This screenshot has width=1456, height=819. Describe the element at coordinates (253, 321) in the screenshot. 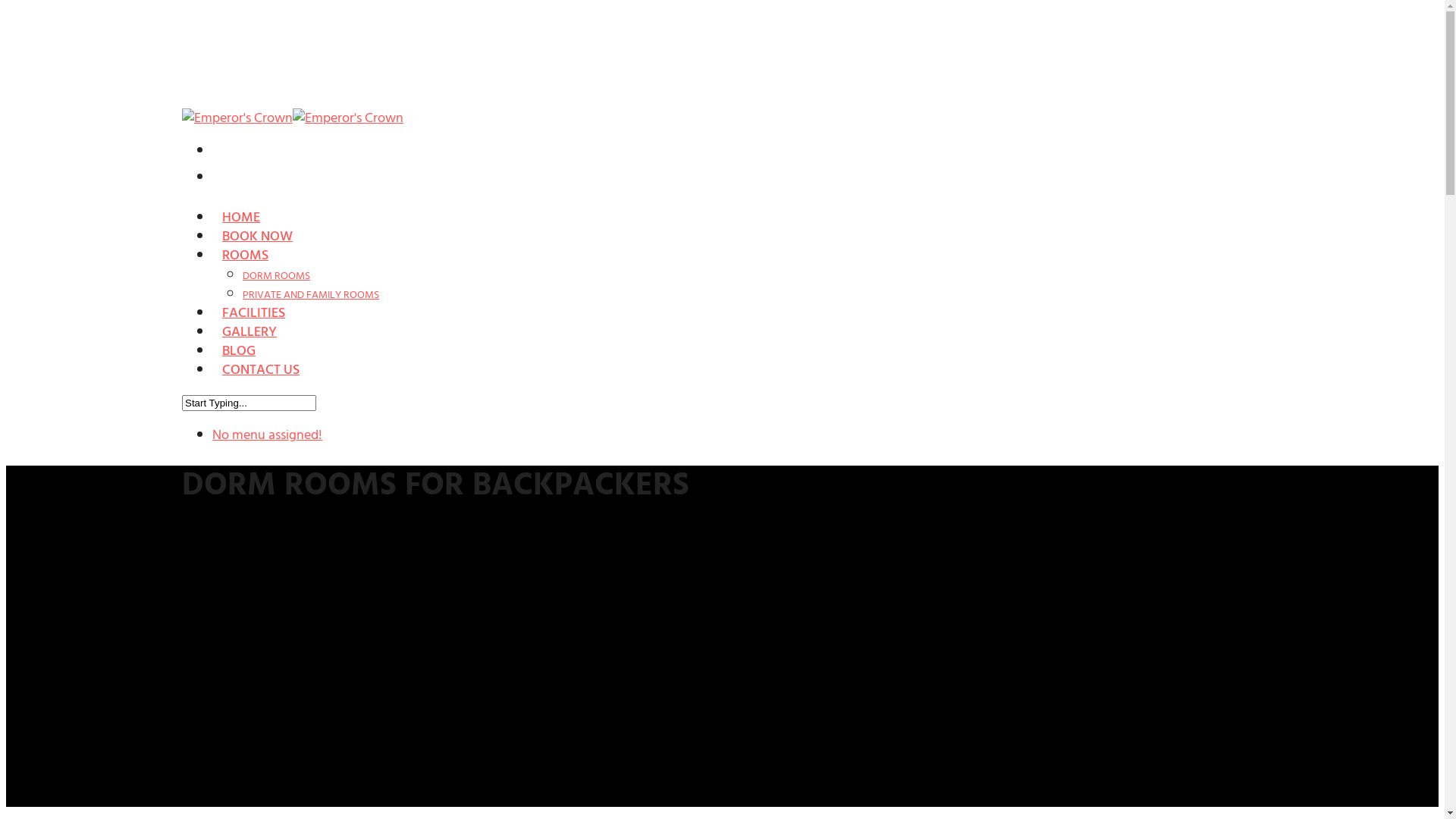

I see `'FACILITIES'` at that location.